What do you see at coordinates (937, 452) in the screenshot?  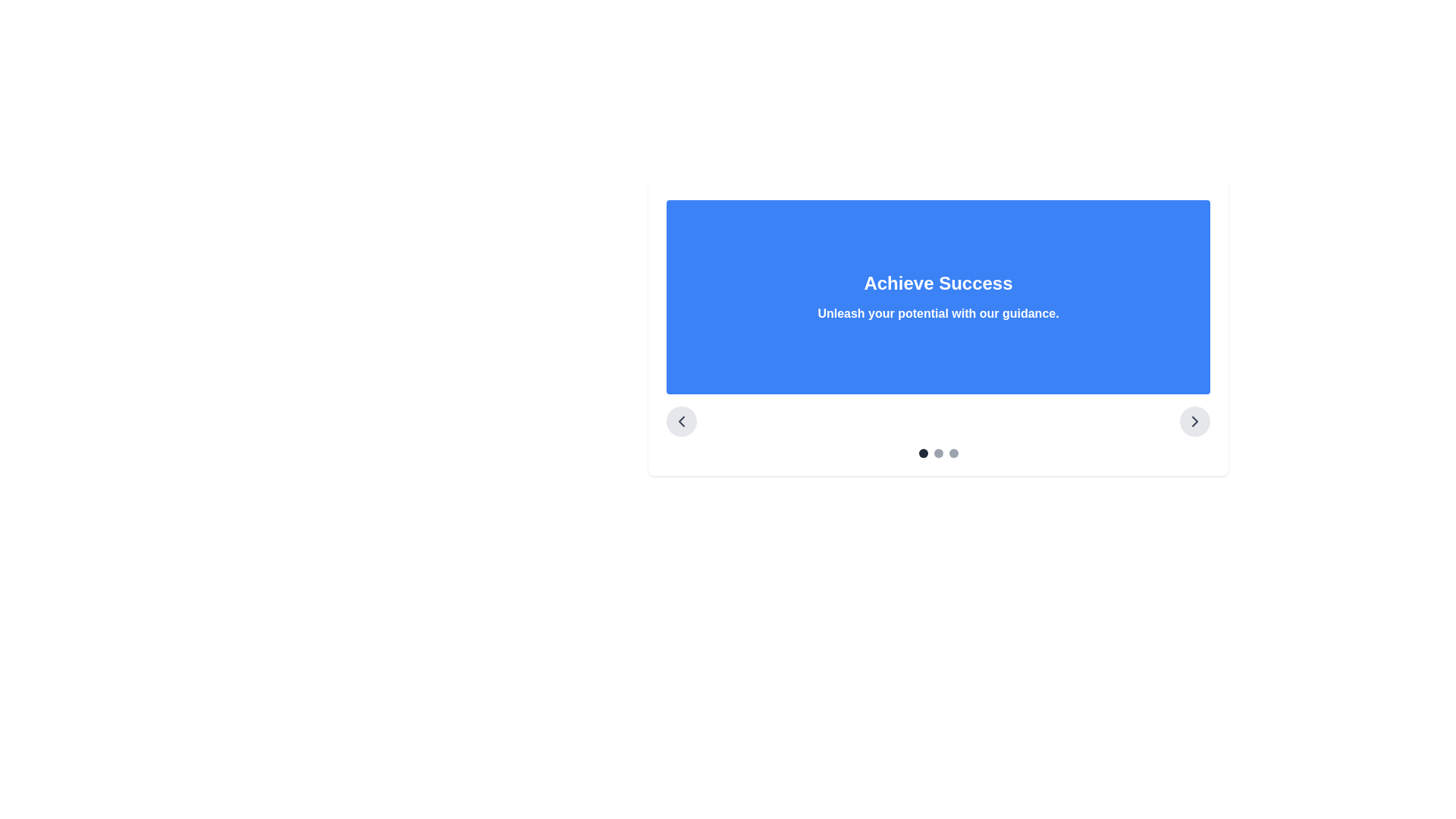 I see `the second circular dot in the pagination indicator` at bounding box center [937, 452].